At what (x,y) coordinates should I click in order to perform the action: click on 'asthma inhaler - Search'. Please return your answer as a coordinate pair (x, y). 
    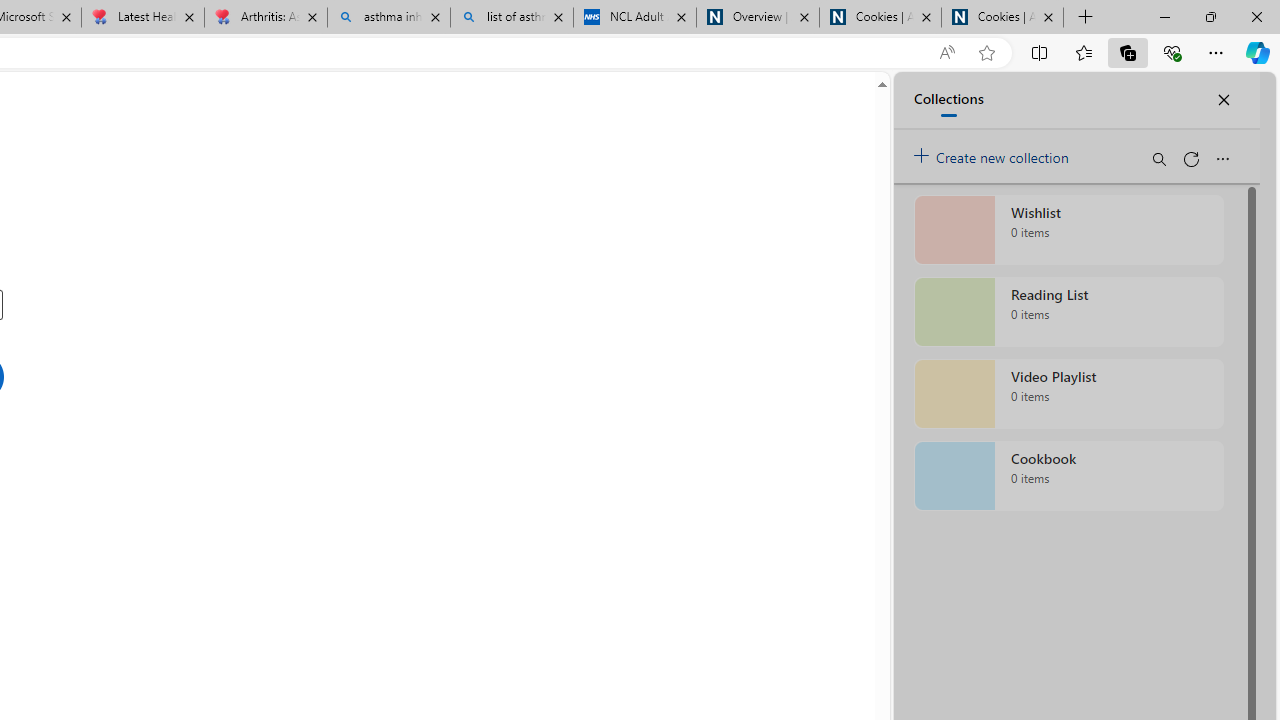
    Looking at the image, I should click on (389, 17).